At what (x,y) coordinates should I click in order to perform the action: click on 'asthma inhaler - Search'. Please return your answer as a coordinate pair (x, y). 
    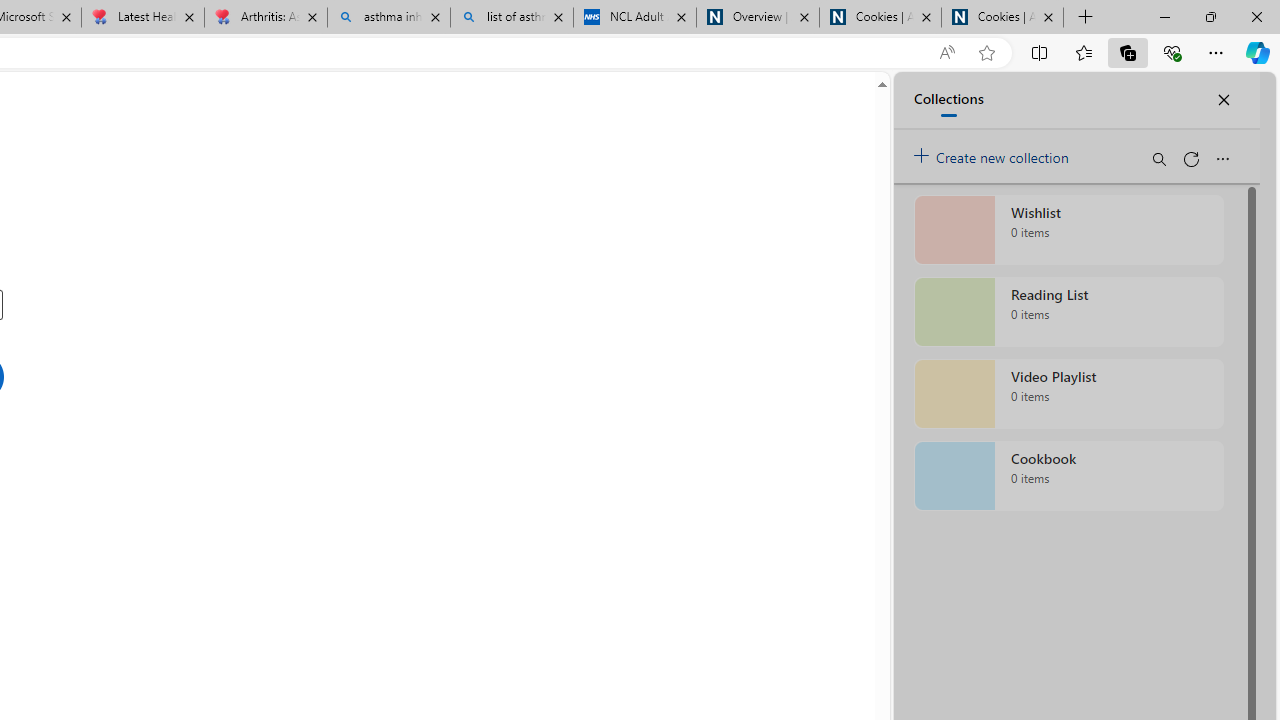
    Looking at the image, I should click on (389, 17).